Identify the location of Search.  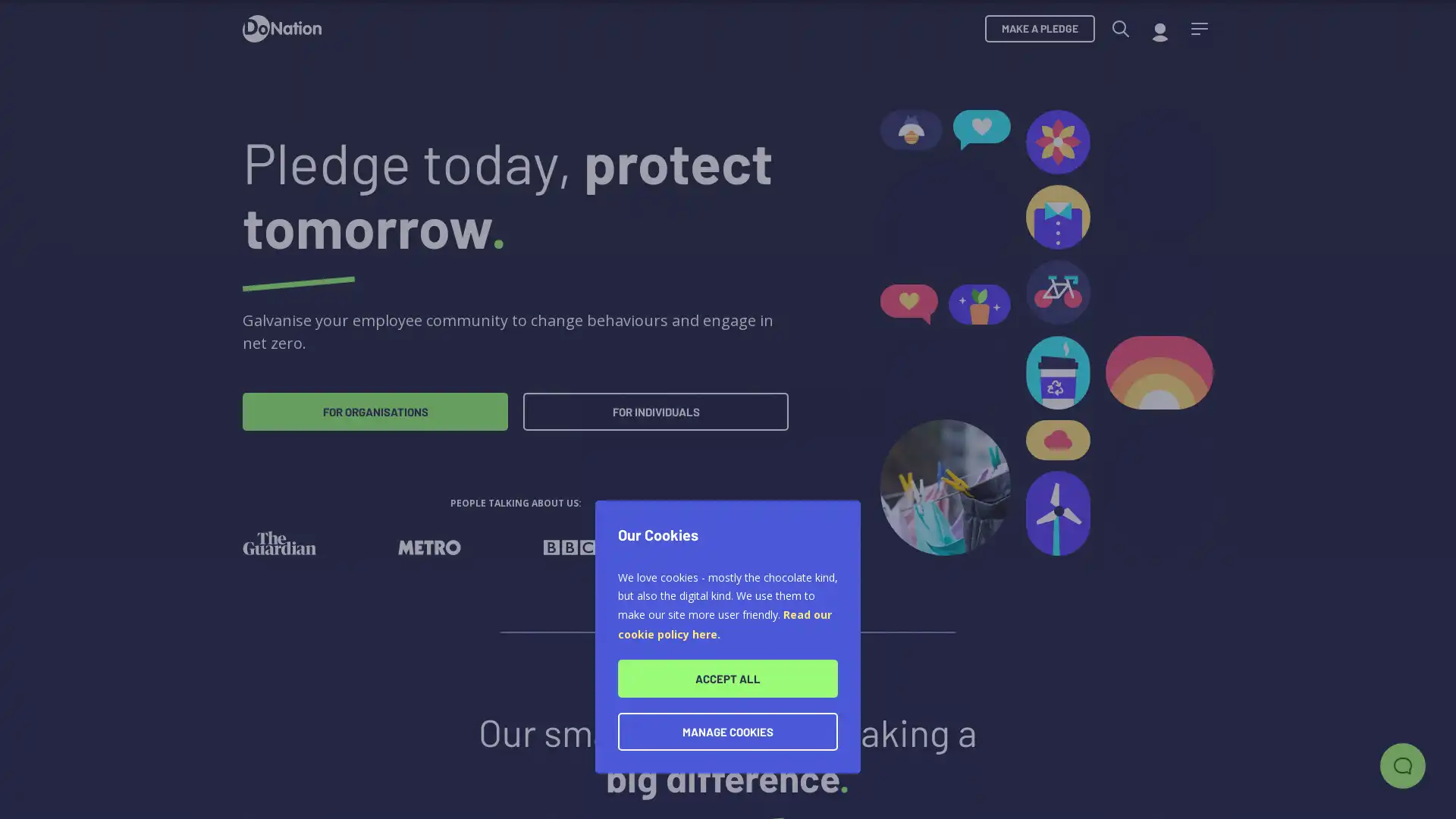
(1121, 29).